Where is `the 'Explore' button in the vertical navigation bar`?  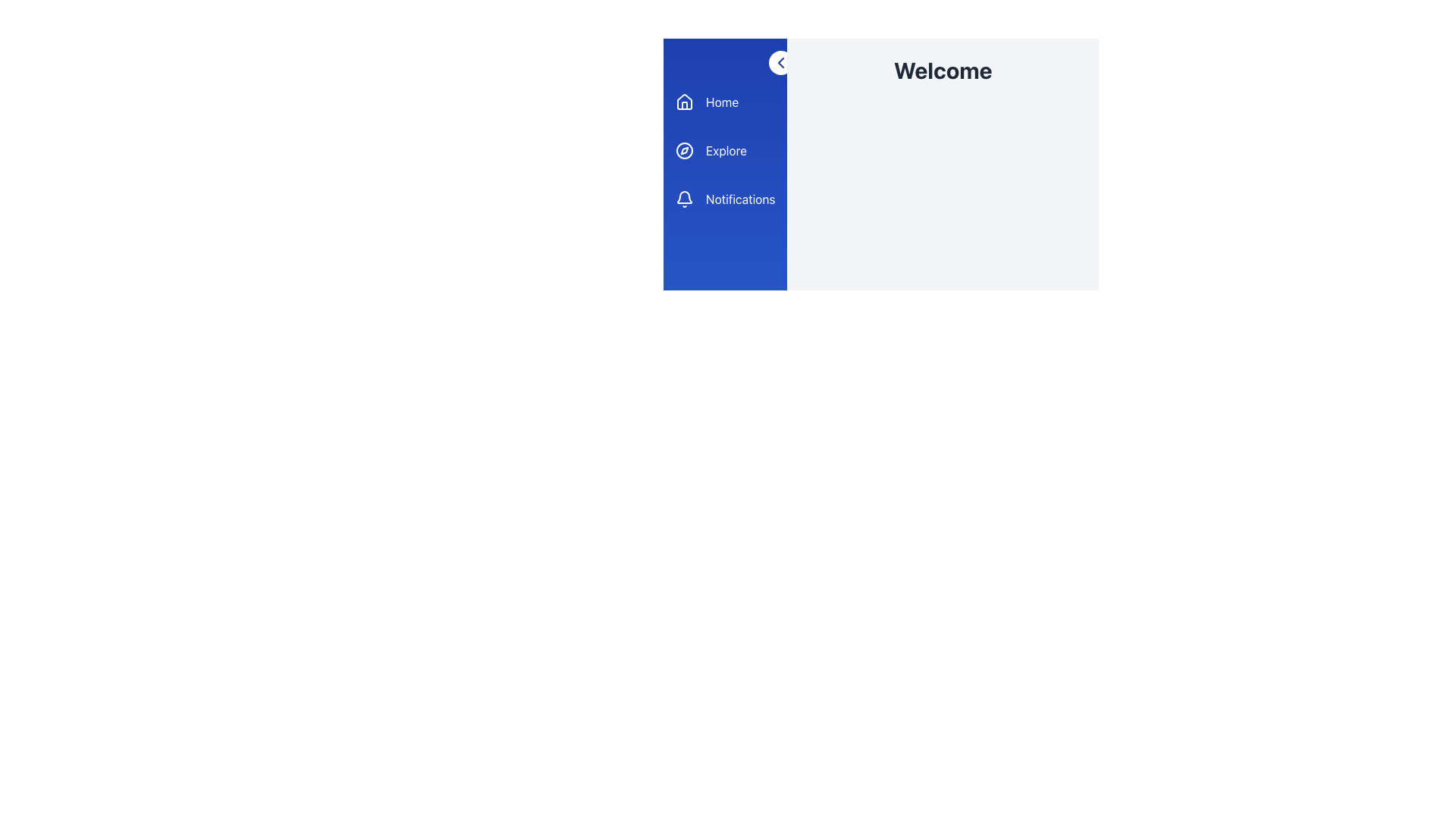
the 'Explore' button in the vertical navigation bar is located at coordinates (710, 151).